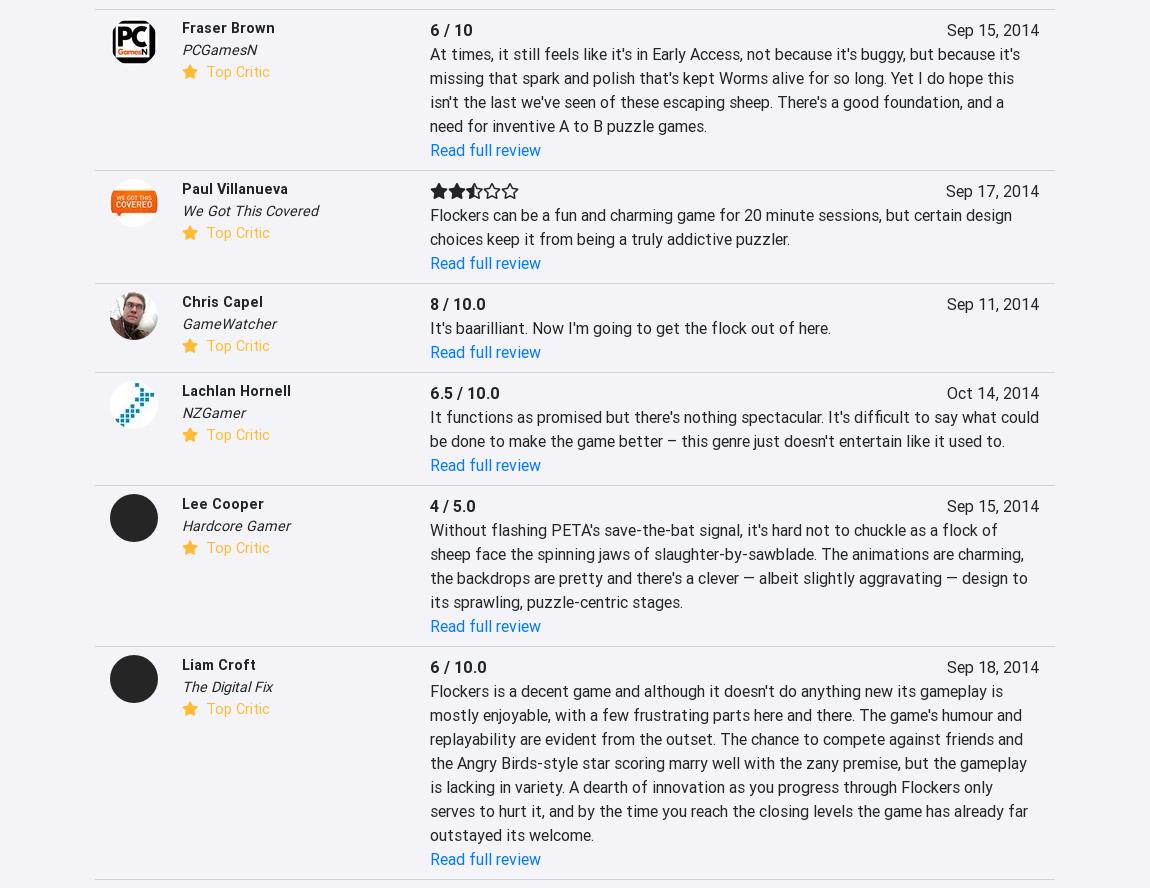 The height and width of the screenshot is (888, 1150). What do you see at coordinates (724, 89) in the screenshot?
I see `'At times, it still feels like it's in Early Access, not because it's buggy, but because it's missing that spark and polish that's kept Worms alive for so long. Yet I do hope this isn't the last we've seen of these escaping sheep. There's a good foundation, and a need for inventive A to B puzzle games.'` at bounding box center [724, 89].